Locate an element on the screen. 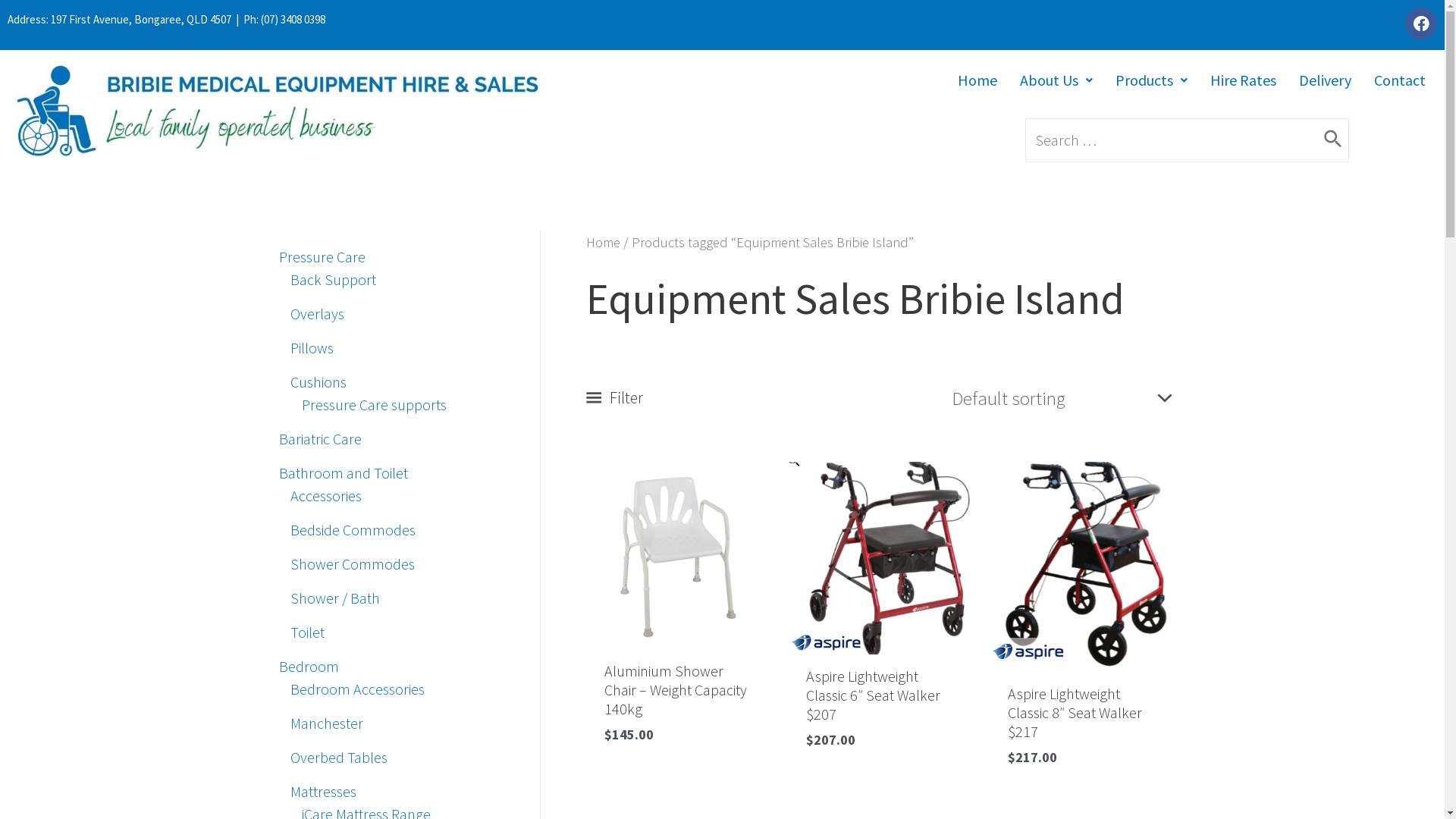 This screenshot has width=1456, height=819. 'Overlays' is located at coordinates (315, 312).